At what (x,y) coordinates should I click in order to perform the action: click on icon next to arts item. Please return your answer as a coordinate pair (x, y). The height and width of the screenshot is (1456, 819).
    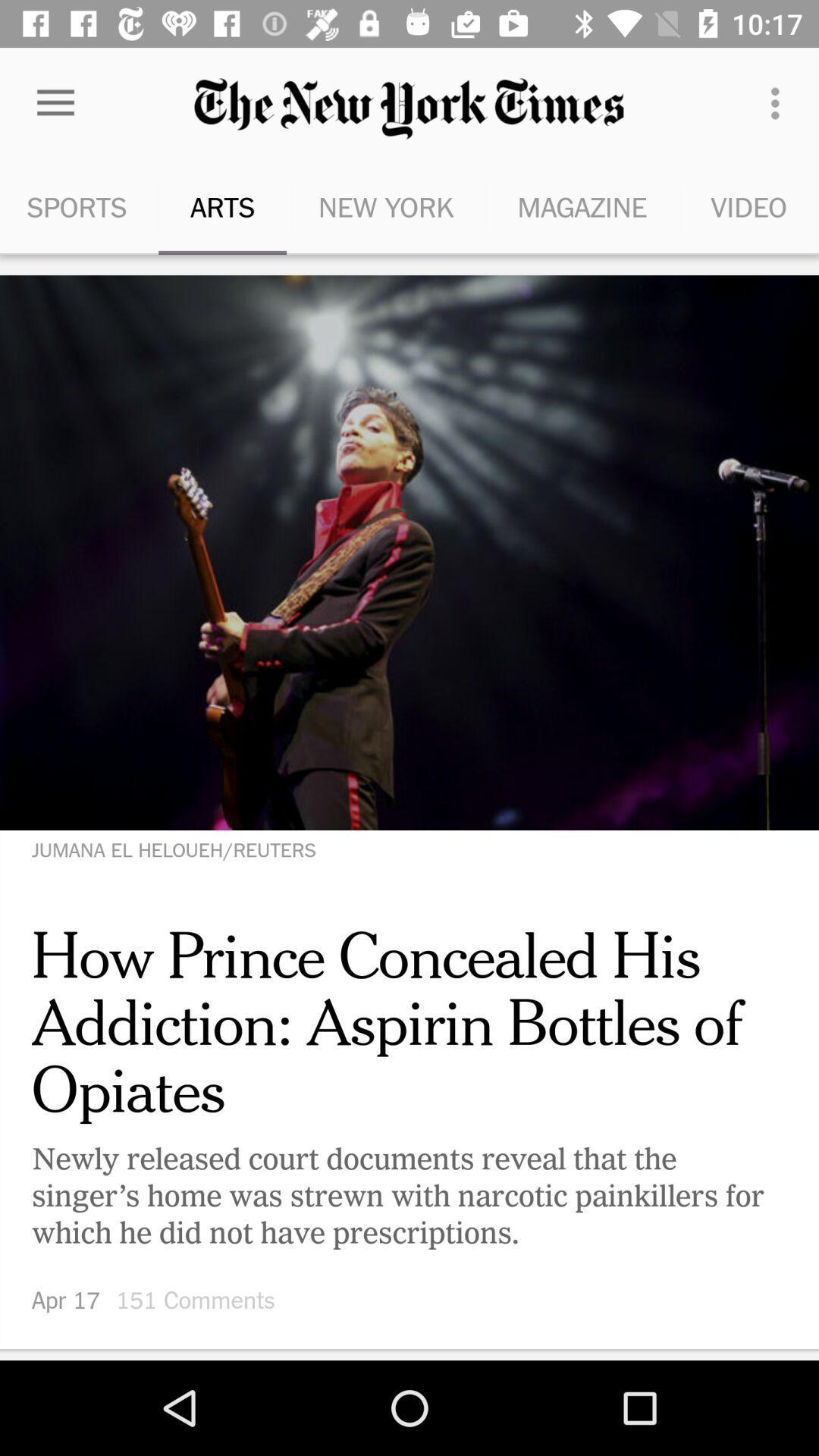
    Looking at the image, I should click on (55, 102).